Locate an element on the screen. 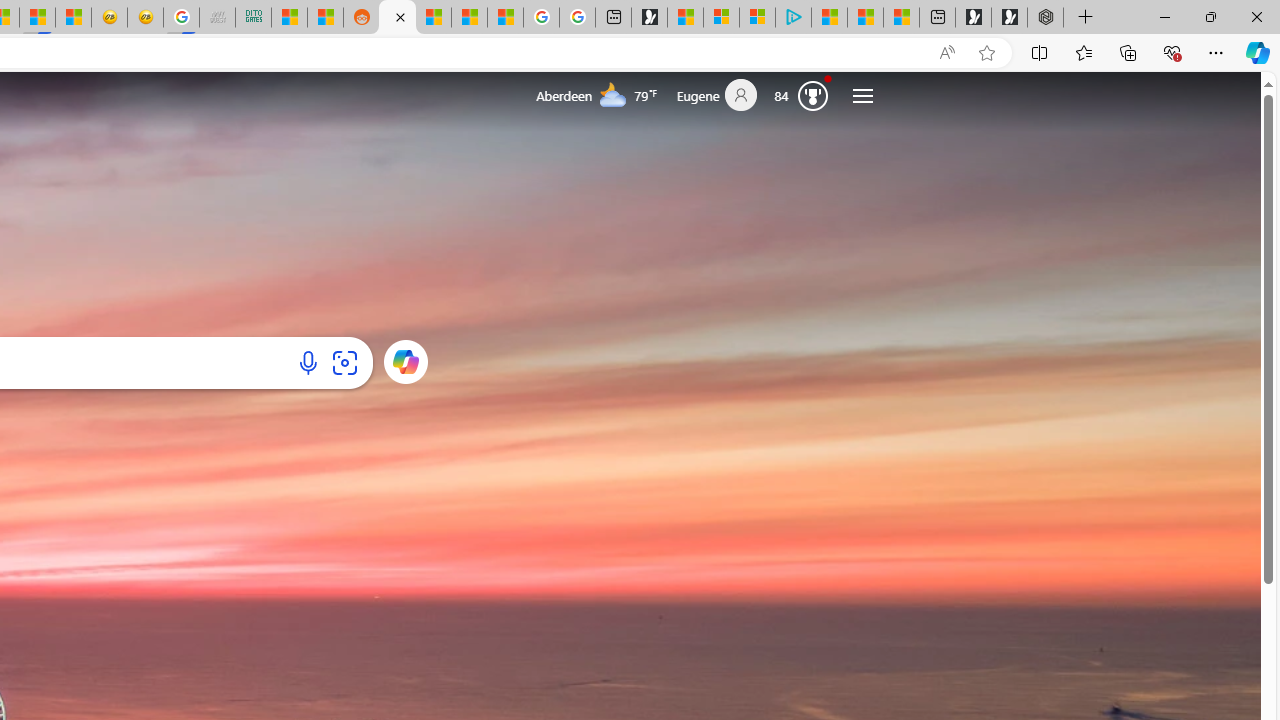 Image resolution: width=1280 pixels, height=720 pixels. 'Search using an image' is located at coordinates (344, 362).